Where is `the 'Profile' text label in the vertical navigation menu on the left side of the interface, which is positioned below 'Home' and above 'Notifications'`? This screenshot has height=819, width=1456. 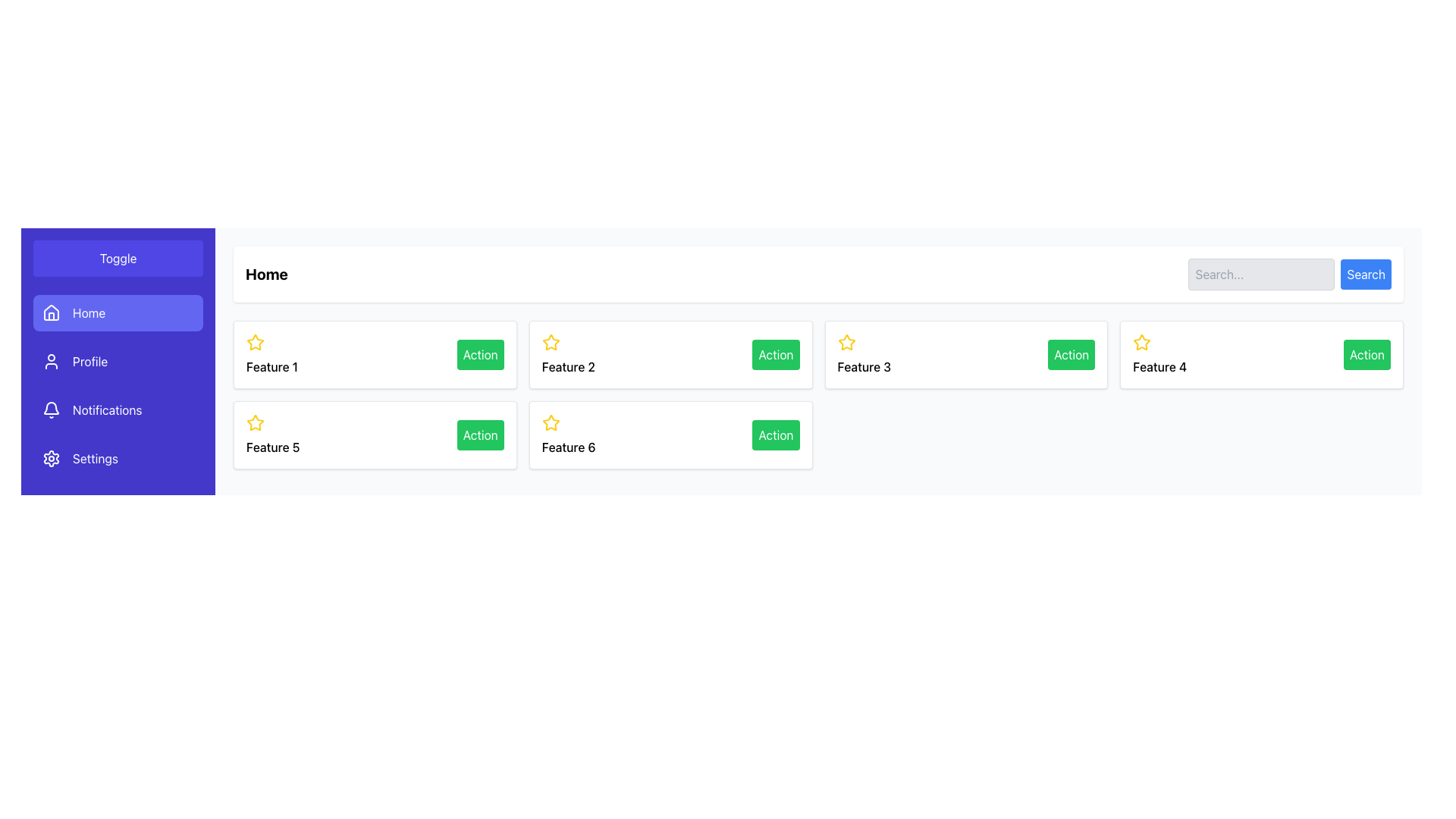 the 'Profile' text label in the vertical navigation menu on the left side of the interface, which is positioned below 'Home' and above 'Notifications' is located at coordinates (89, 362).